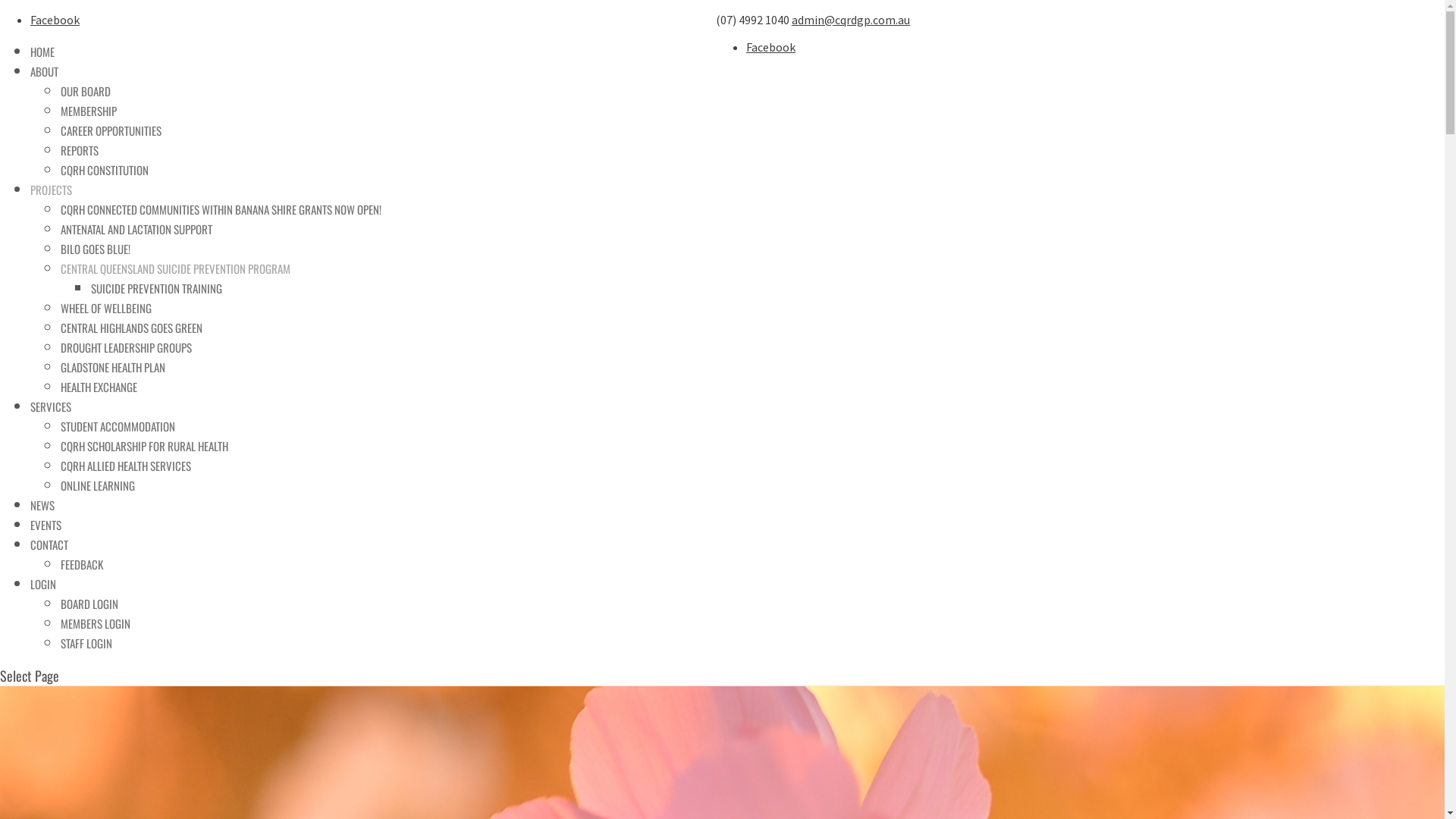 The height and width of the screenshot is (819, 1456). Describe the element at coordinates (61, 385) in the screenshot. I see `'HEALTH EXCHANGE'` at that location.